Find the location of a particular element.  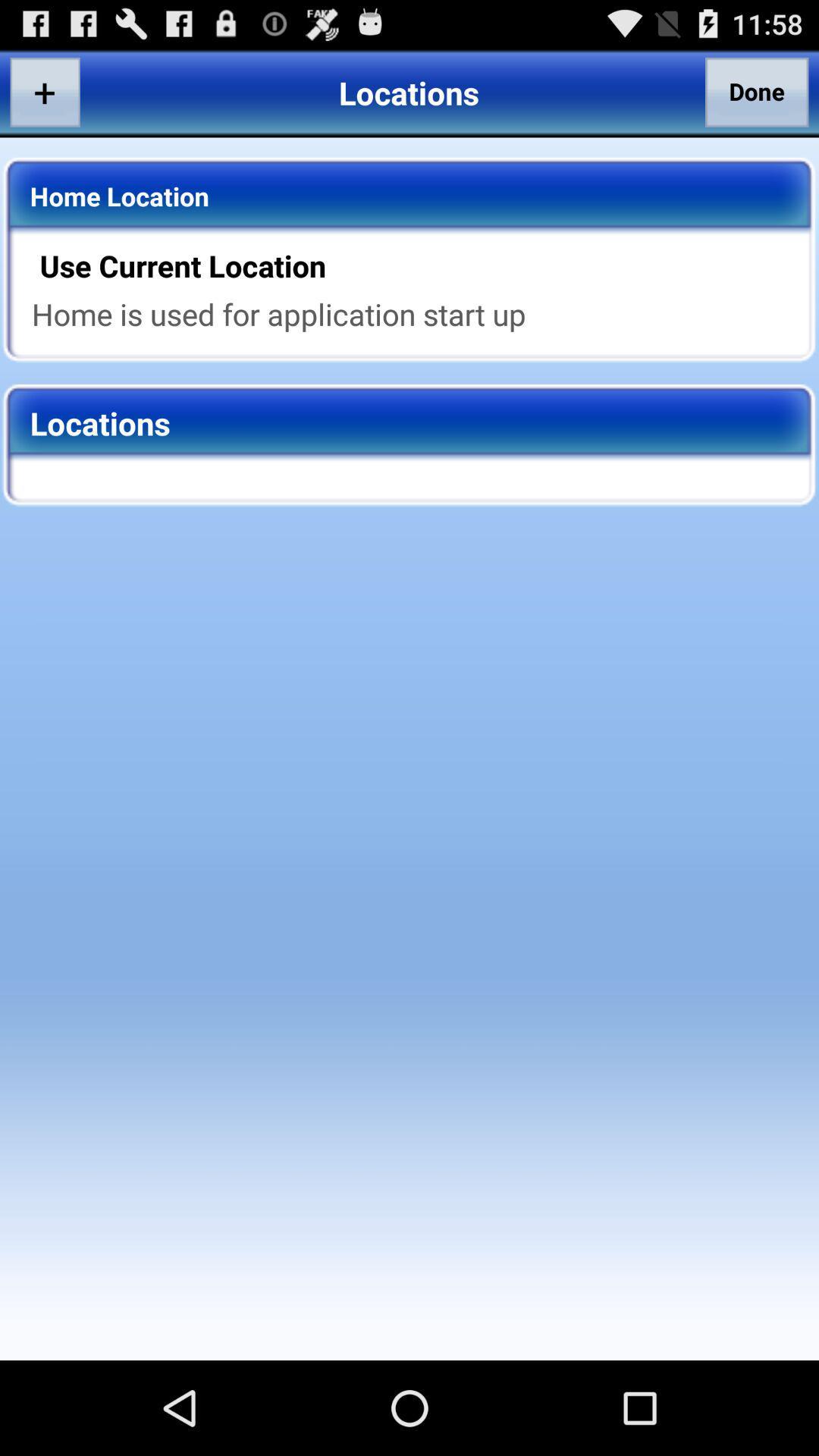

done icon is located at coordinates (757, 91).